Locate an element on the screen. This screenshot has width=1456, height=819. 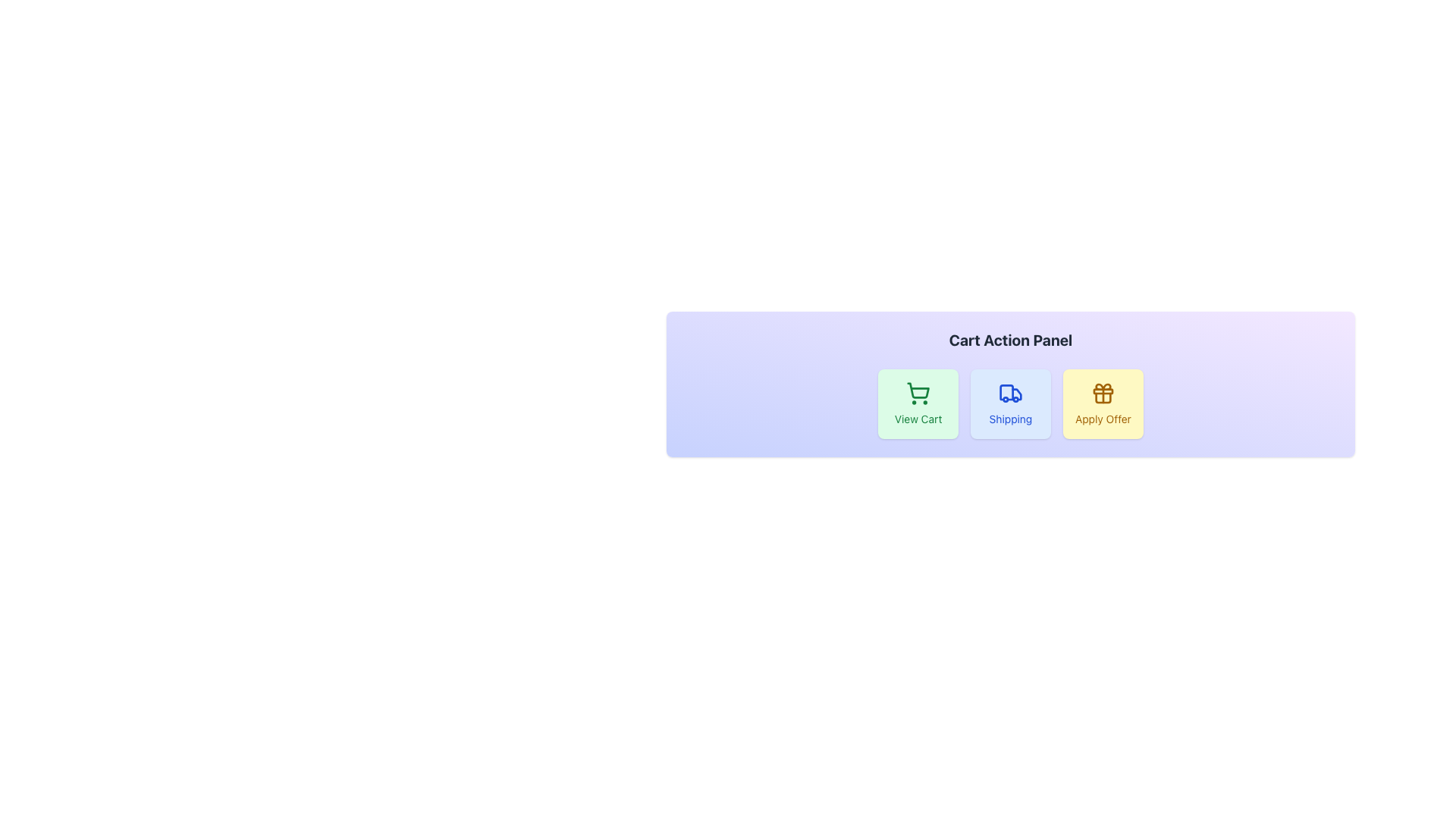
the yellow 'Apply Offer' button with a brown gift icon, located in the 'Cart Action Panel' is located at coordinates (1103, 403).